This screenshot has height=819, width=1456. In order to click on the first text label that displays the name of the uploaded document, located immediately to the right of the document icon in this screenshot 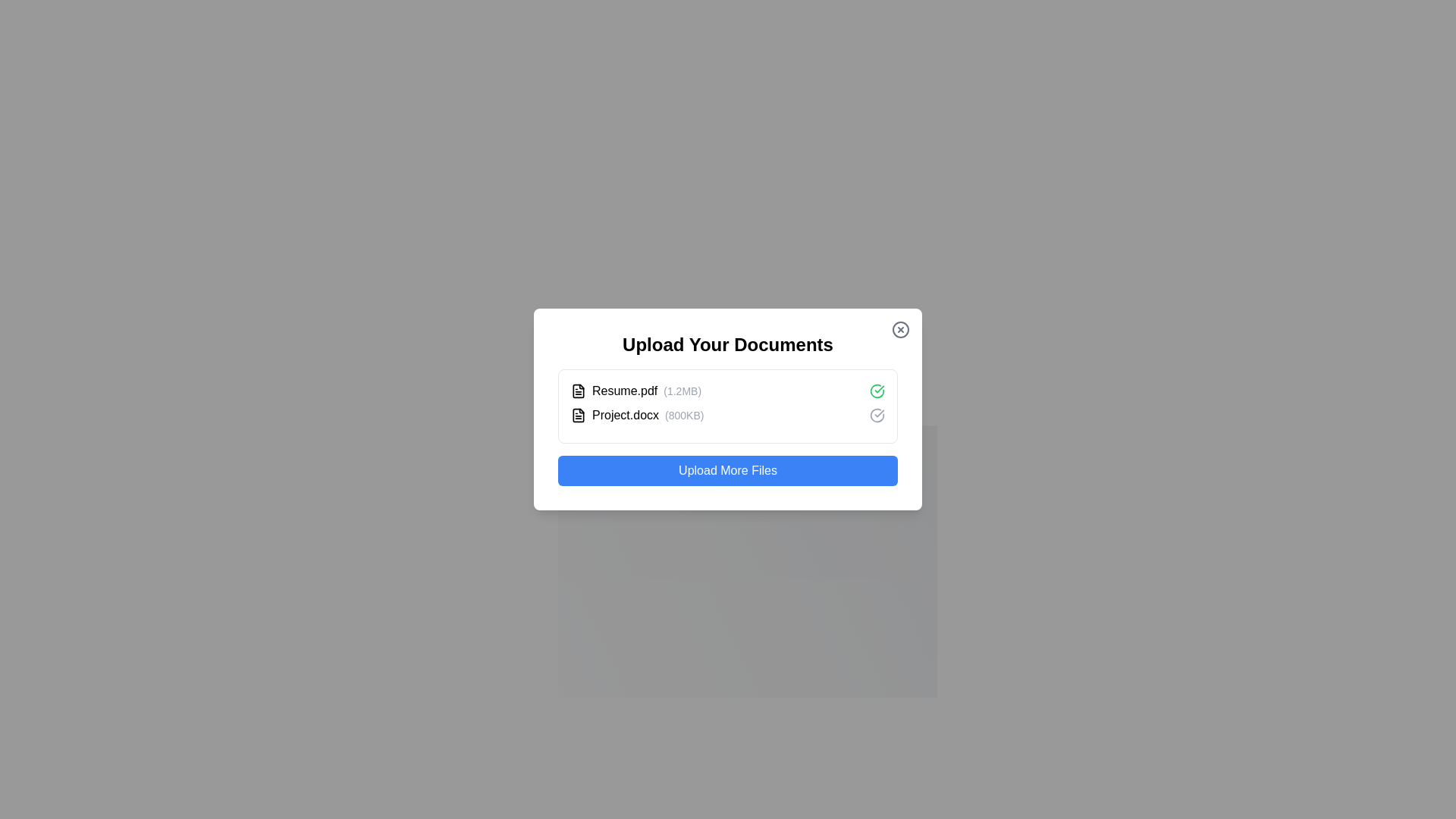, I will do `click(625, 391)`.